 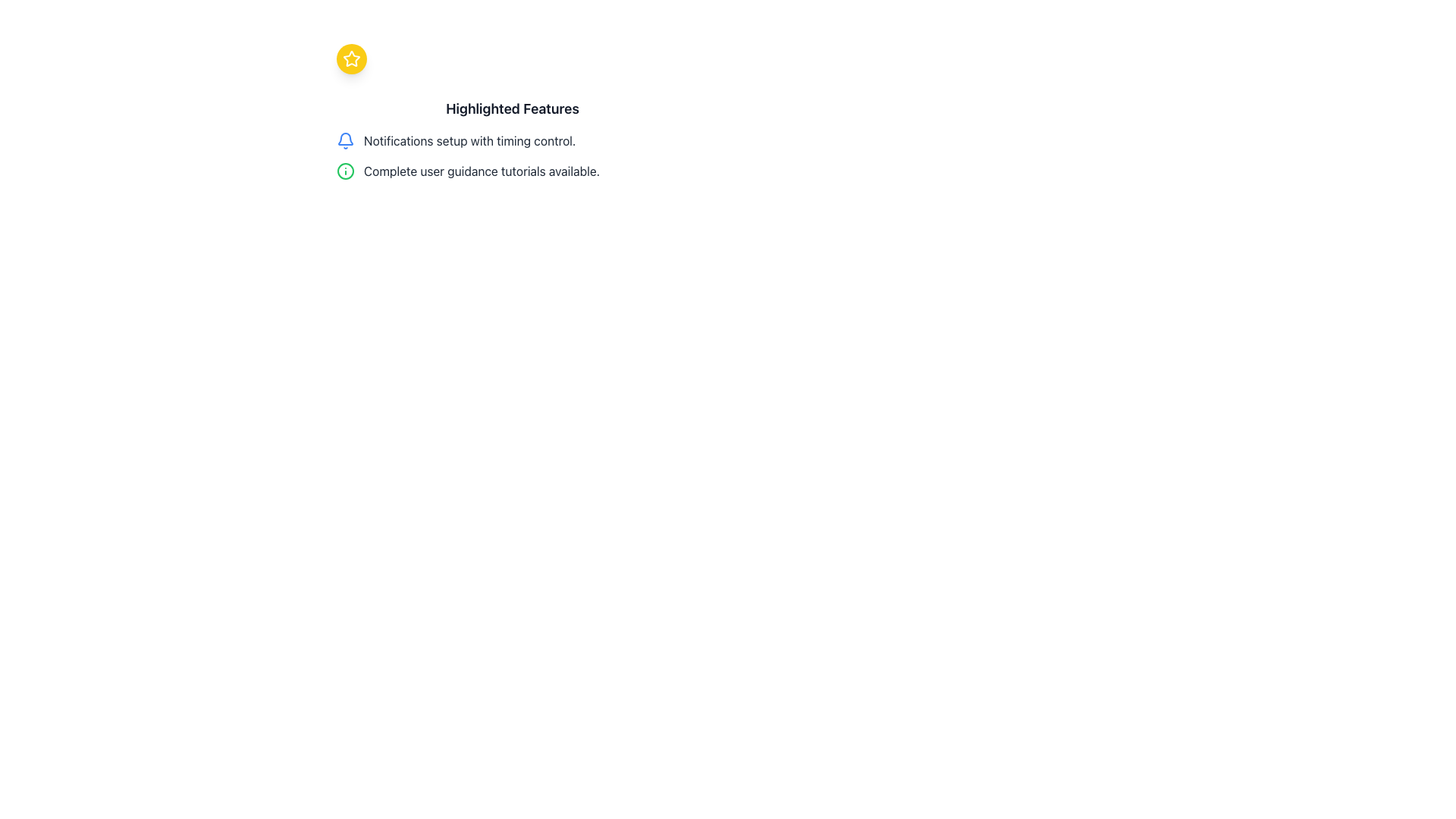 I want to click on the text element that indicates a feature description for notifications setup and control, positioned to the right of a blue bell icon, so click(x=469, y=140).